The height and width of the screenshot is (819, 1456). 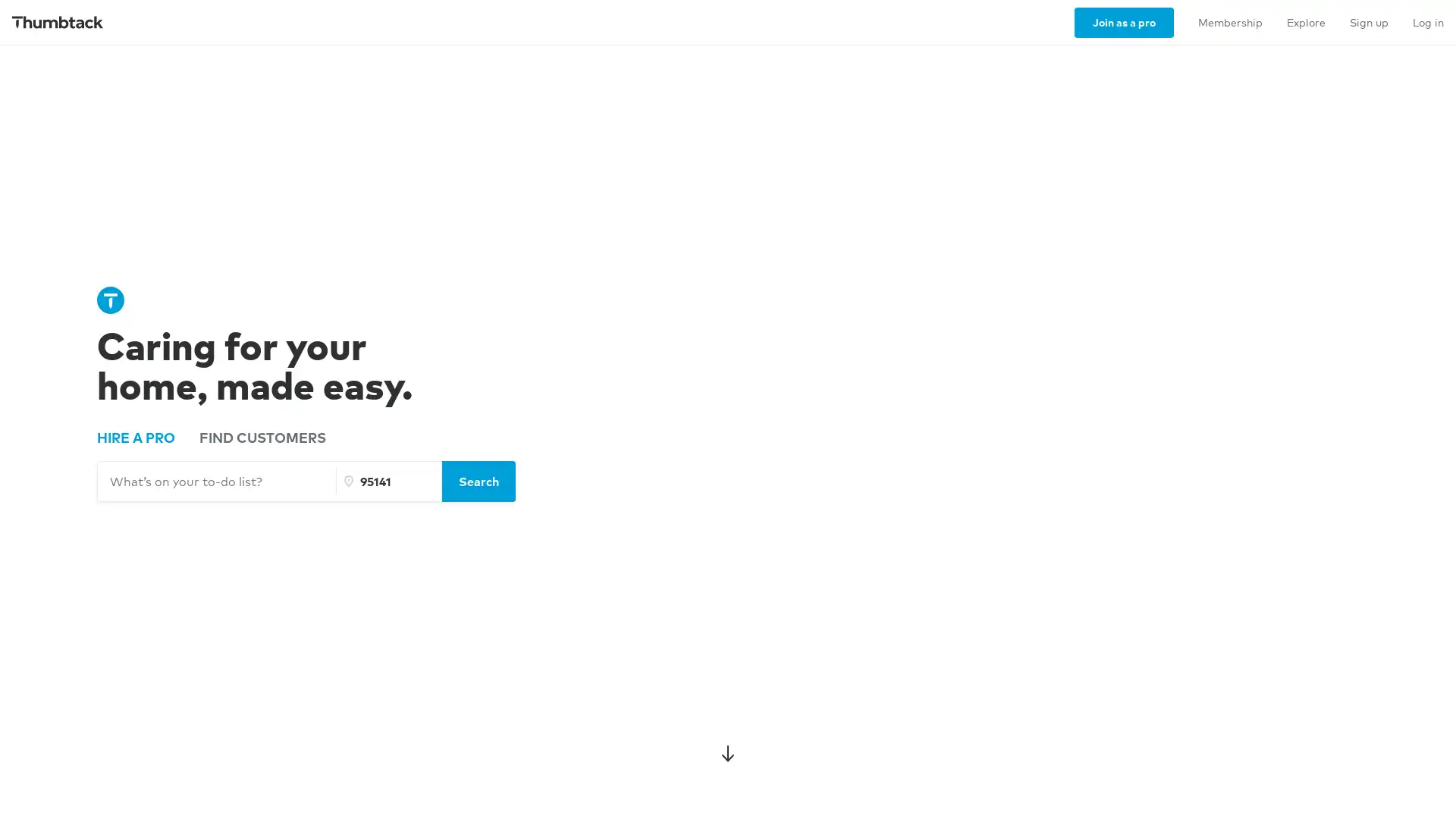 What do you see at coordinates (136, 438) in the screenshot?
I see `HIRE A PRO` at bounding box center [136, 438].